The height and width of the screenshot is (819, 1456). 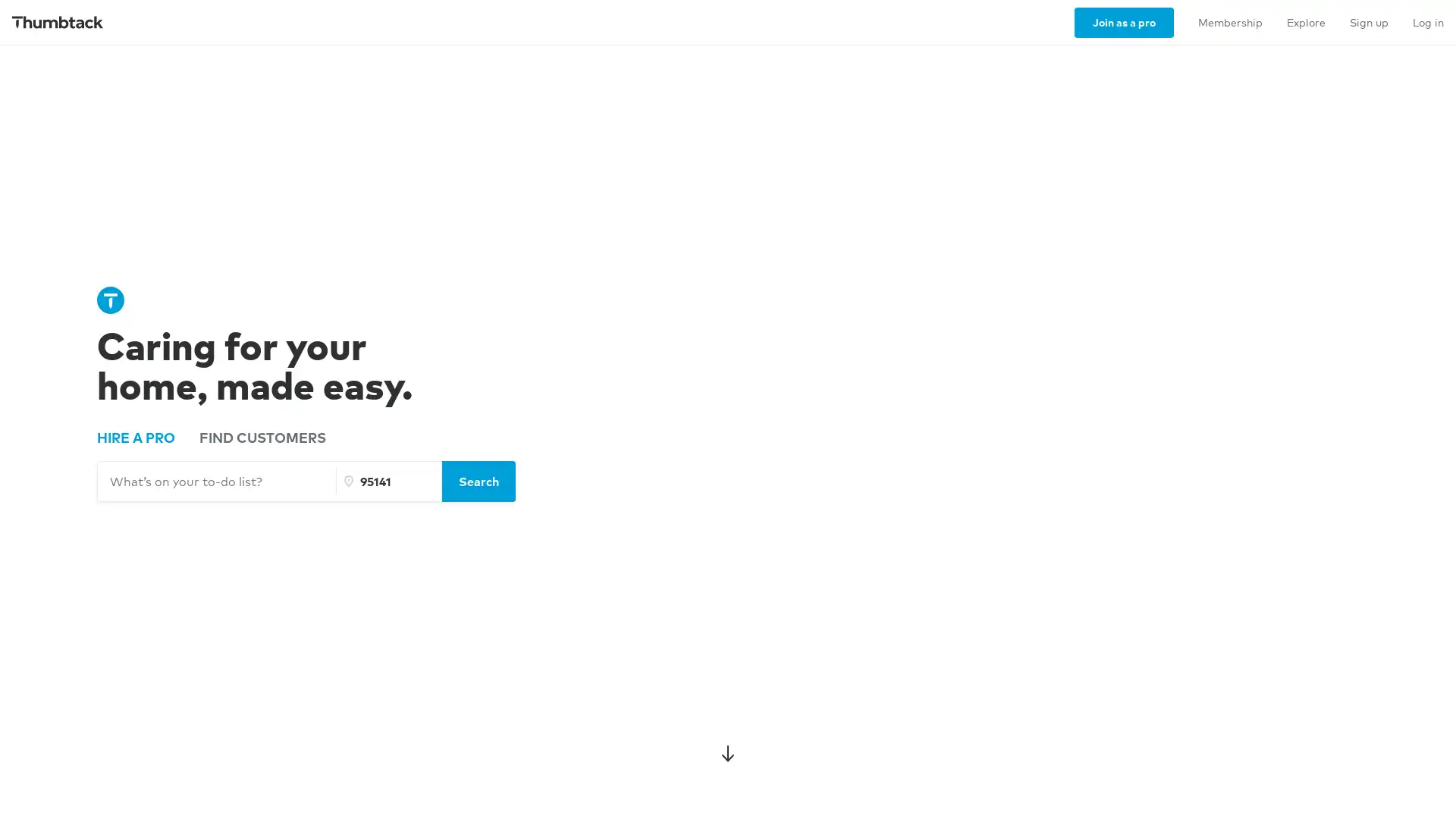 What do you see at coordinates (136, 438) in the screenshot?
I see `HIRE A PRO` at bounding box center [136, 438].